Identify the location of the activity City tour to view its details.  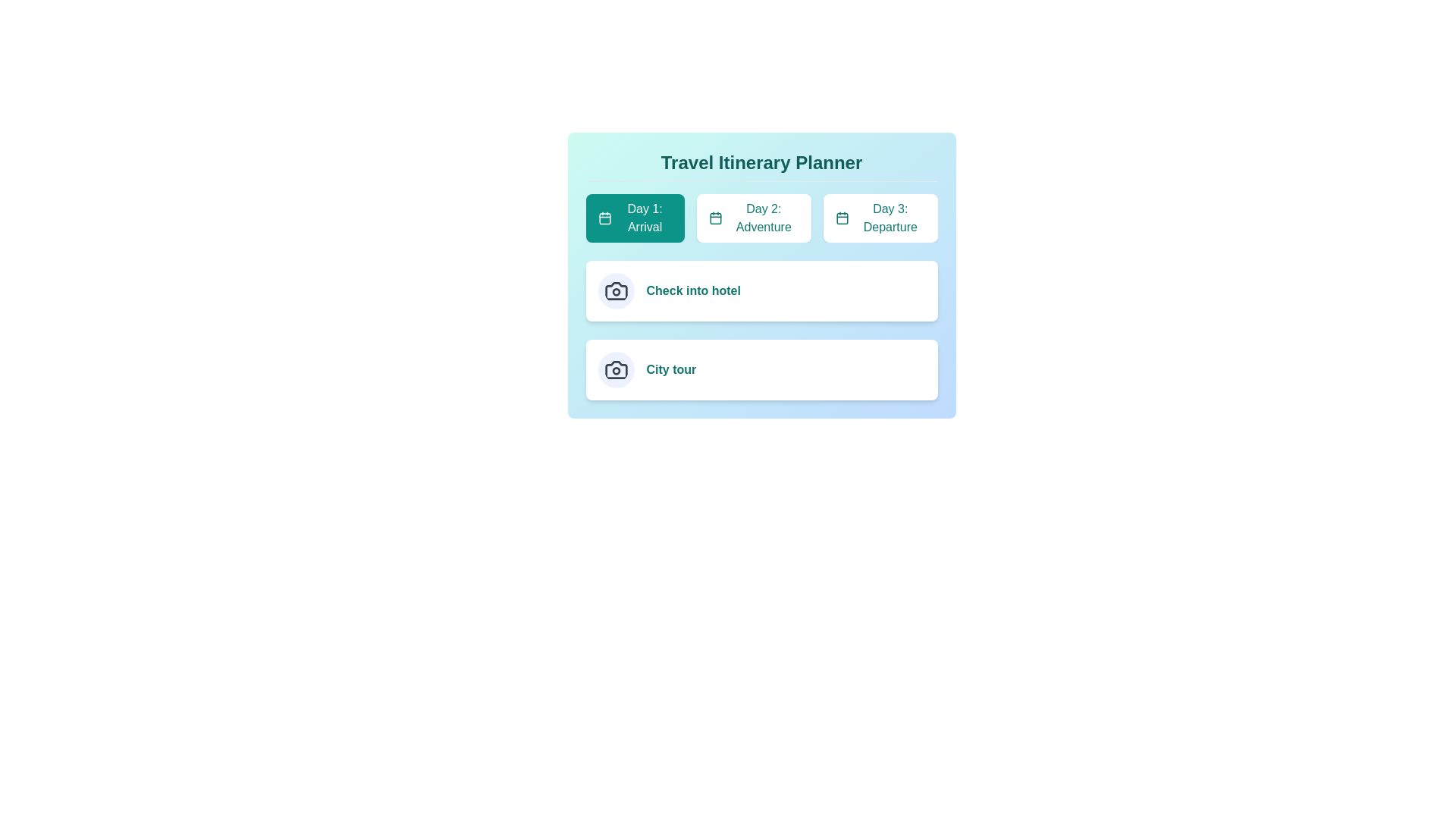
(616, 370).